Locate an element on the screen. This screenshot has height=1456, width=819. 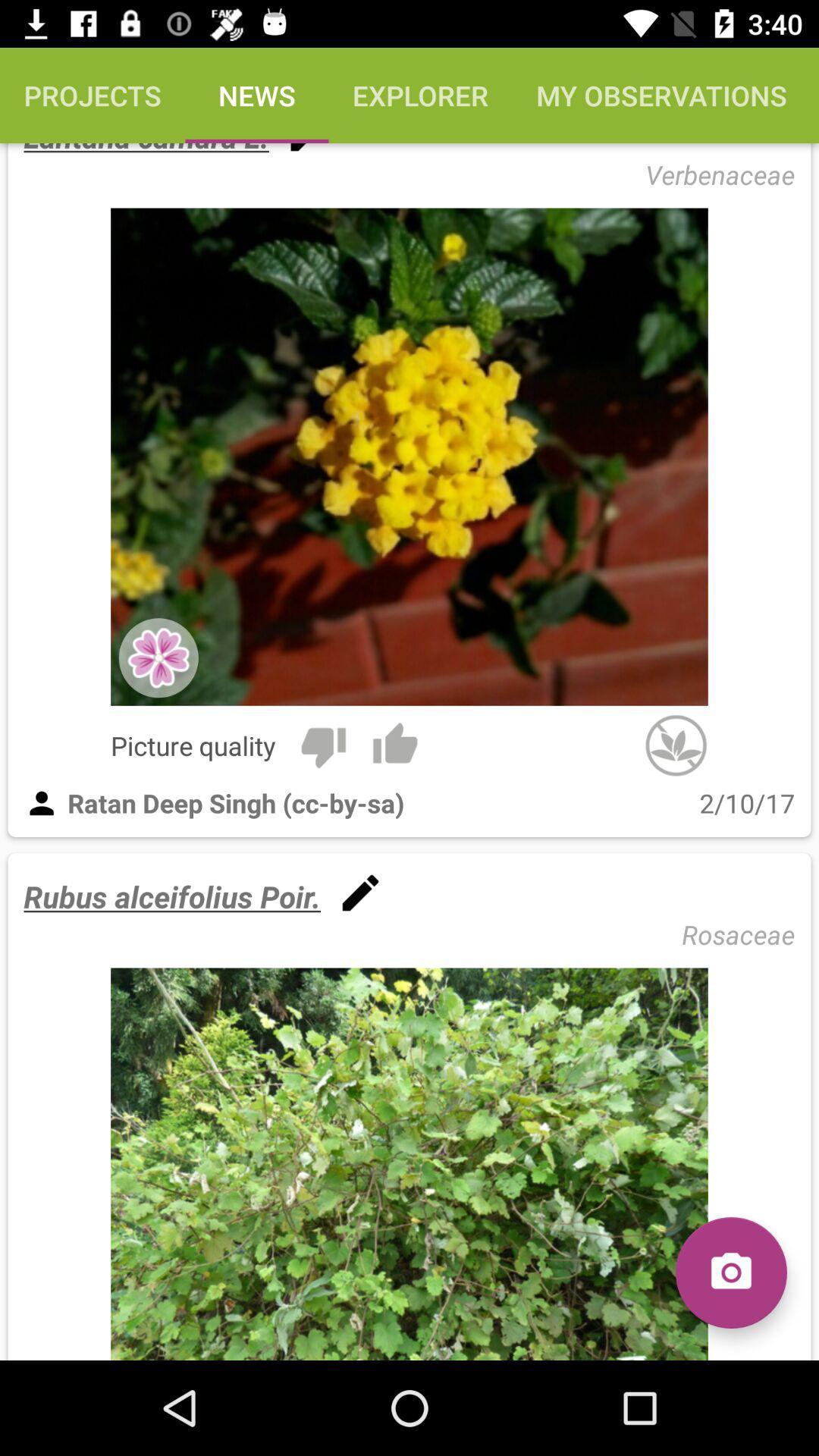
the item to the right of picture quality is located at coordinates (322, 745).